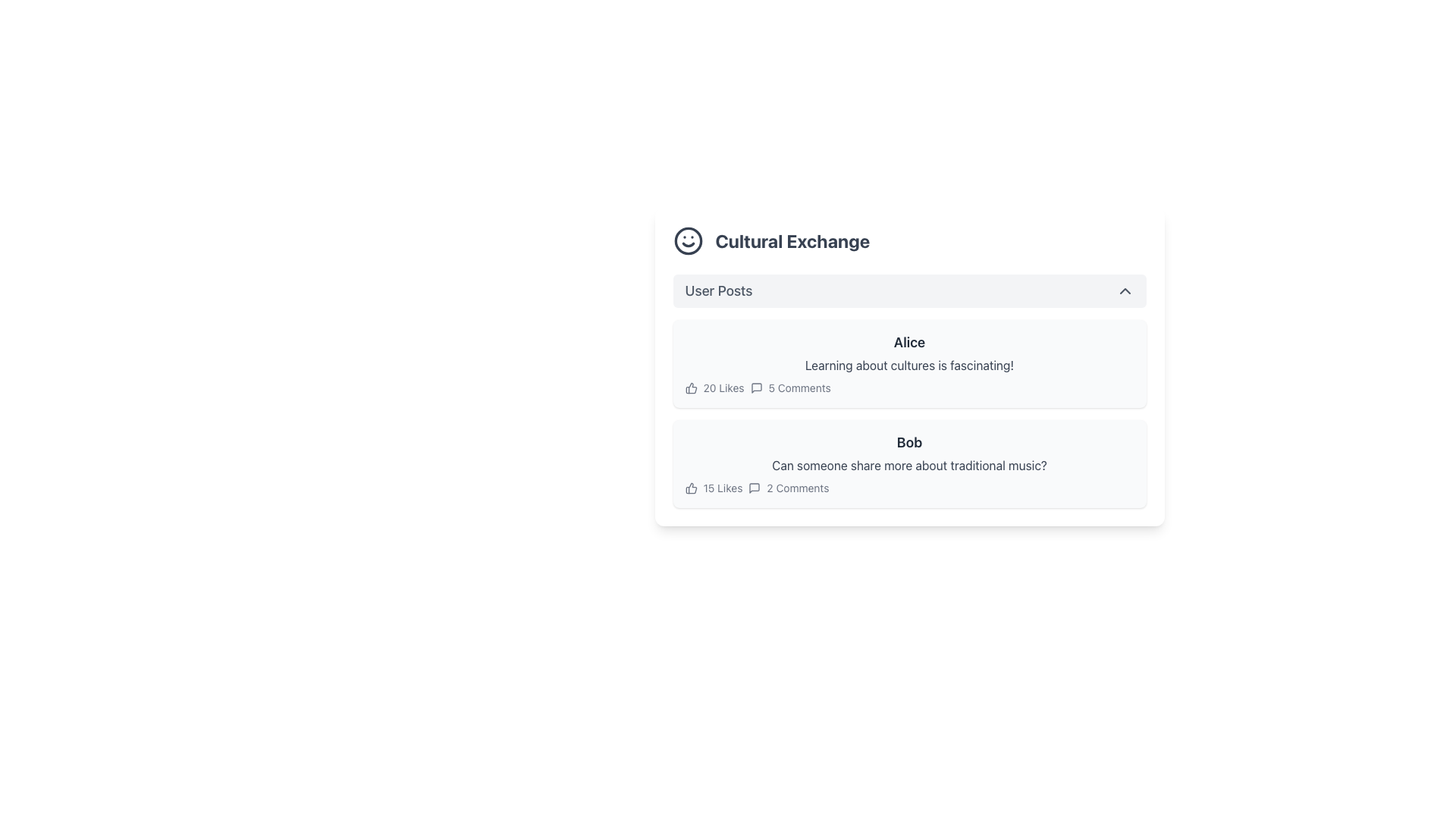 The height and width of the screenshot is (819, 1456). Describe the element at coordinates (909, 463) in the screenshot. I see `to select the social post authored by 'Bob' about traditional music, which is the second post in the 'Cultural Exchange' section` at that location.